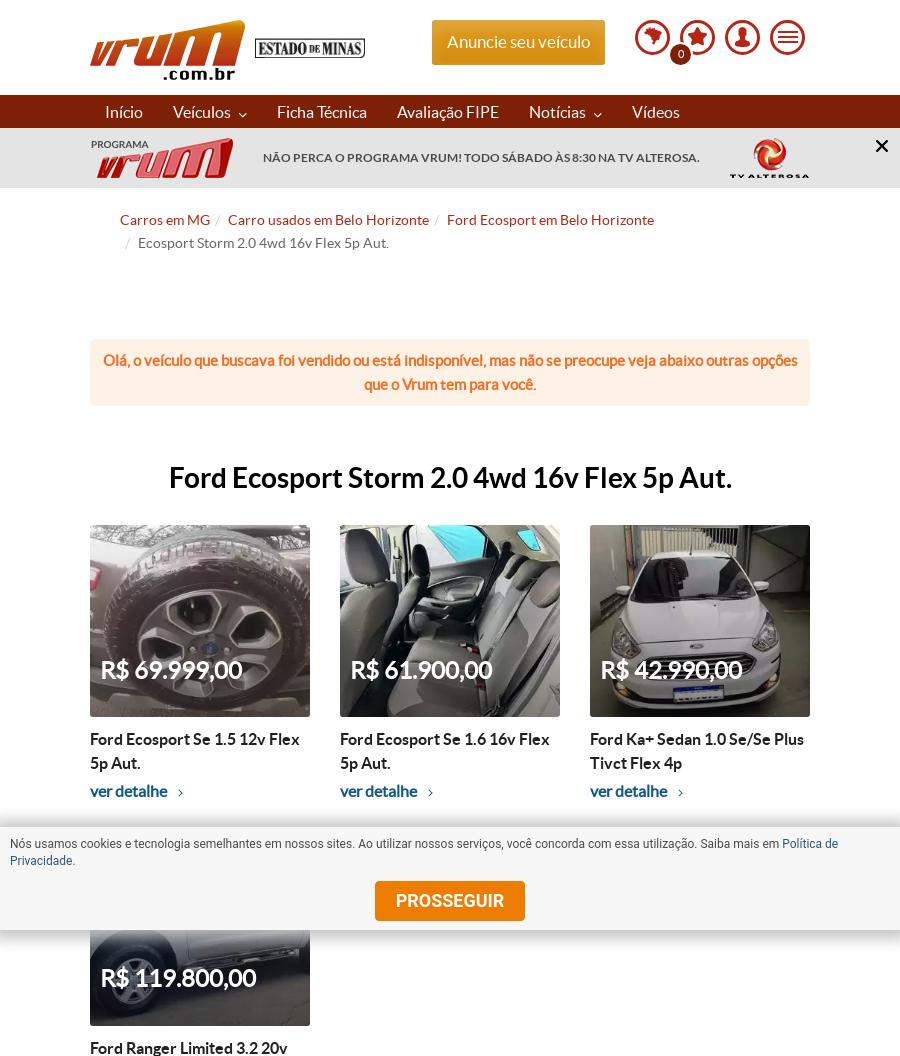 The image size is (900, 1056). Describe the element at coordinates (421, 669) in the screenshot. I see `'R$ 61.900,00'` at that location.